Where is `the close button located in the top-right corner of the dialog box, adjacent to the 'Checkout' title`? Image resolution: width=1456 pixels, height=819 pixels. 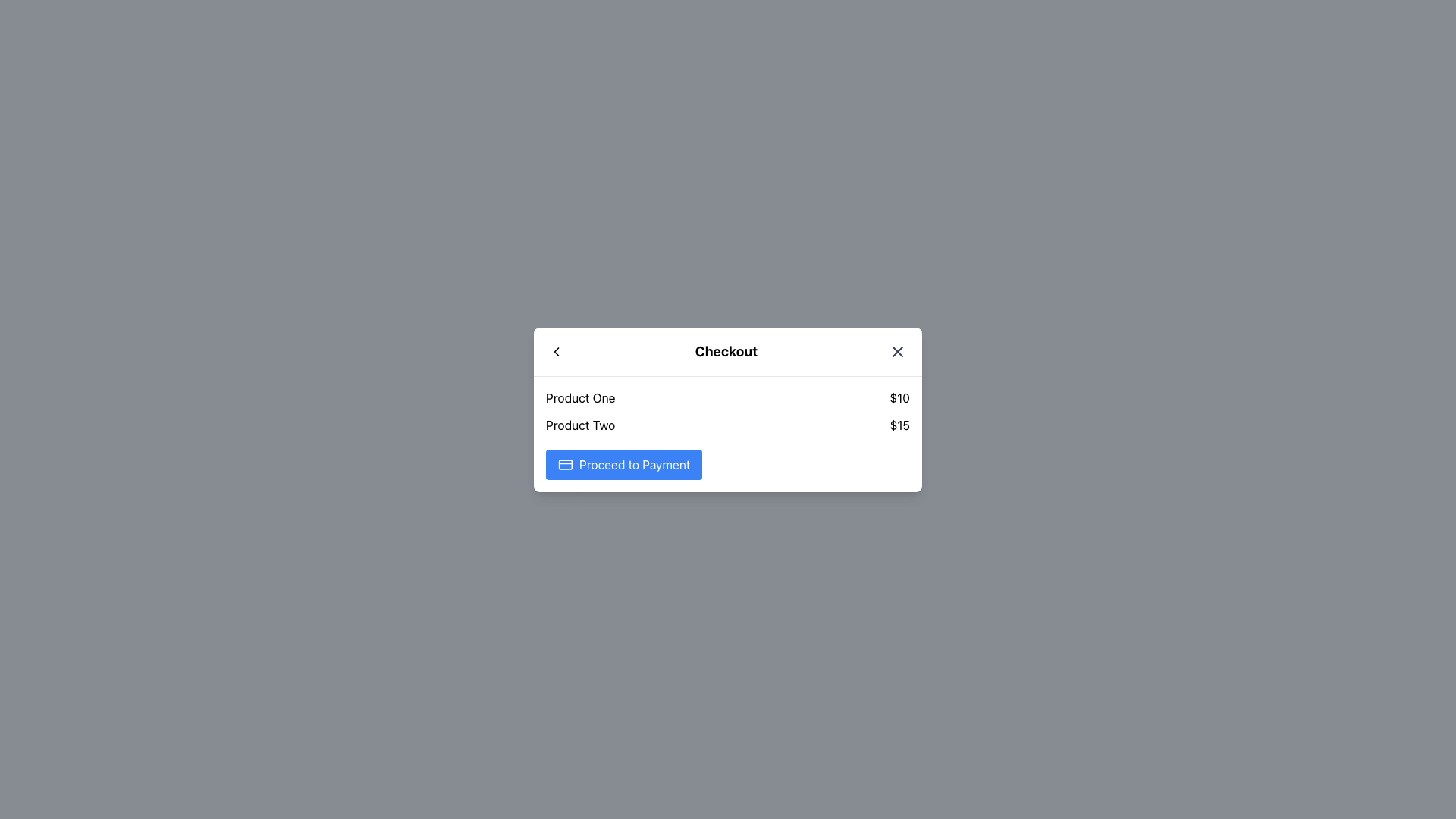 the close button located in the top-right corner of the dialog box, adjacent to the 'Checkout' title is located at coordinates (898, 351).